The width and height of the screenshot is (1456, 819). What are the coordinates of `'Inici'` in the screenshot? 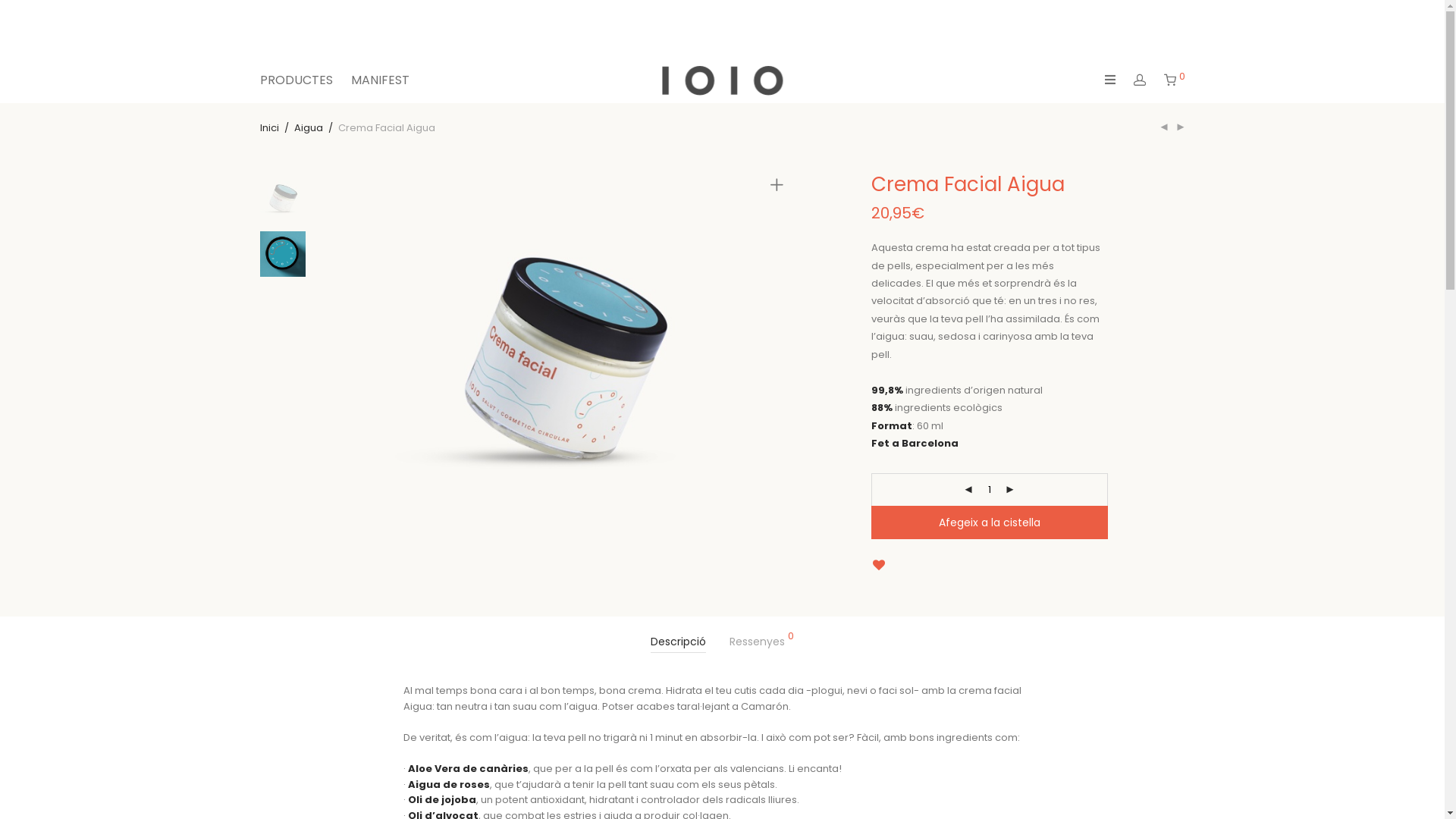 It's located at (268, 127).